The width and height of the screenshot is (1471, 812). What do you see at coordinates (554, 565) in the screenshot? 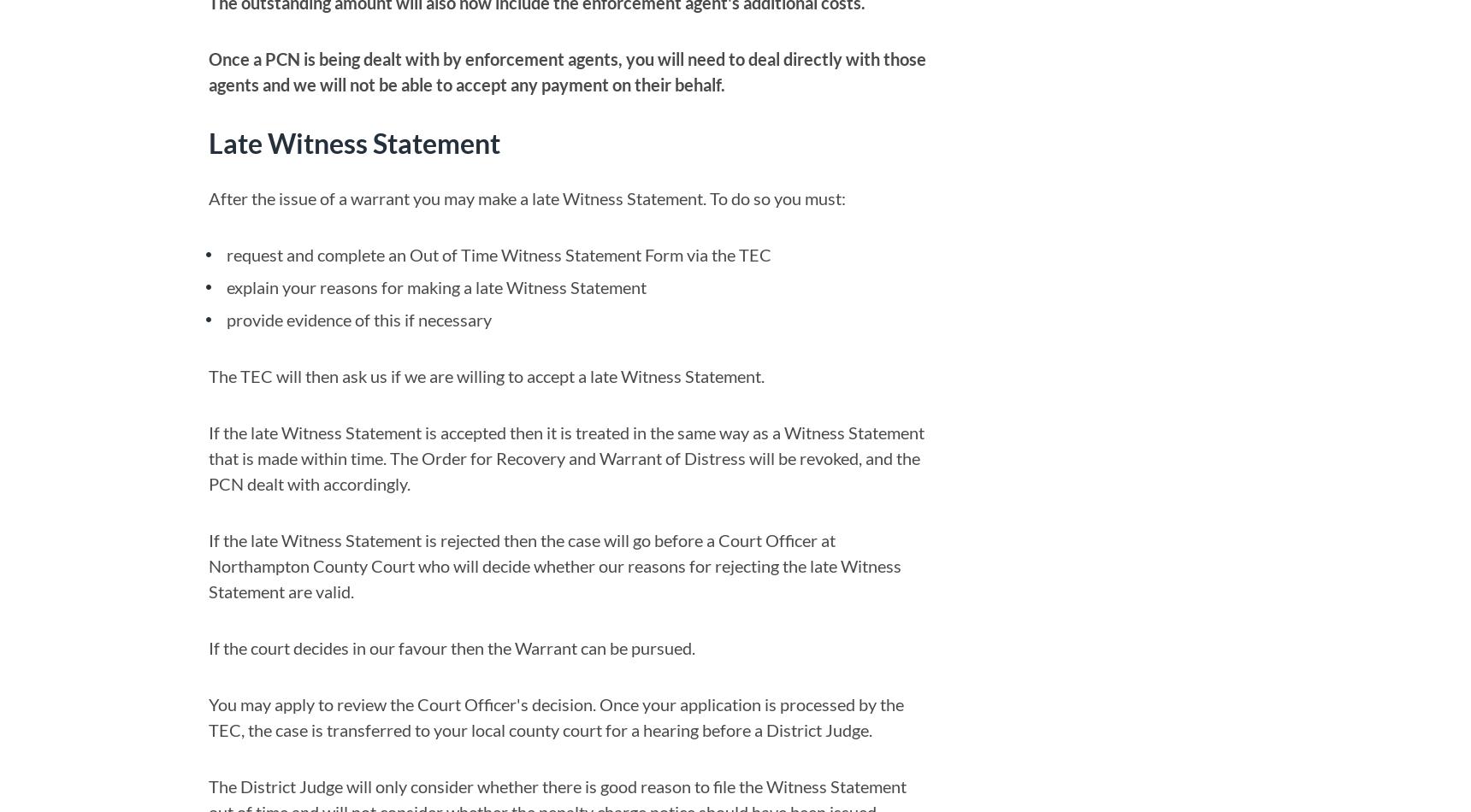
I see `'If the late Witness Statement is rejected then the case will go before a Court Officer at Northampton County Court who will decide whether our reasons for rejecting the late Witness Statement are valid.'` at bounding box center [554, 565].